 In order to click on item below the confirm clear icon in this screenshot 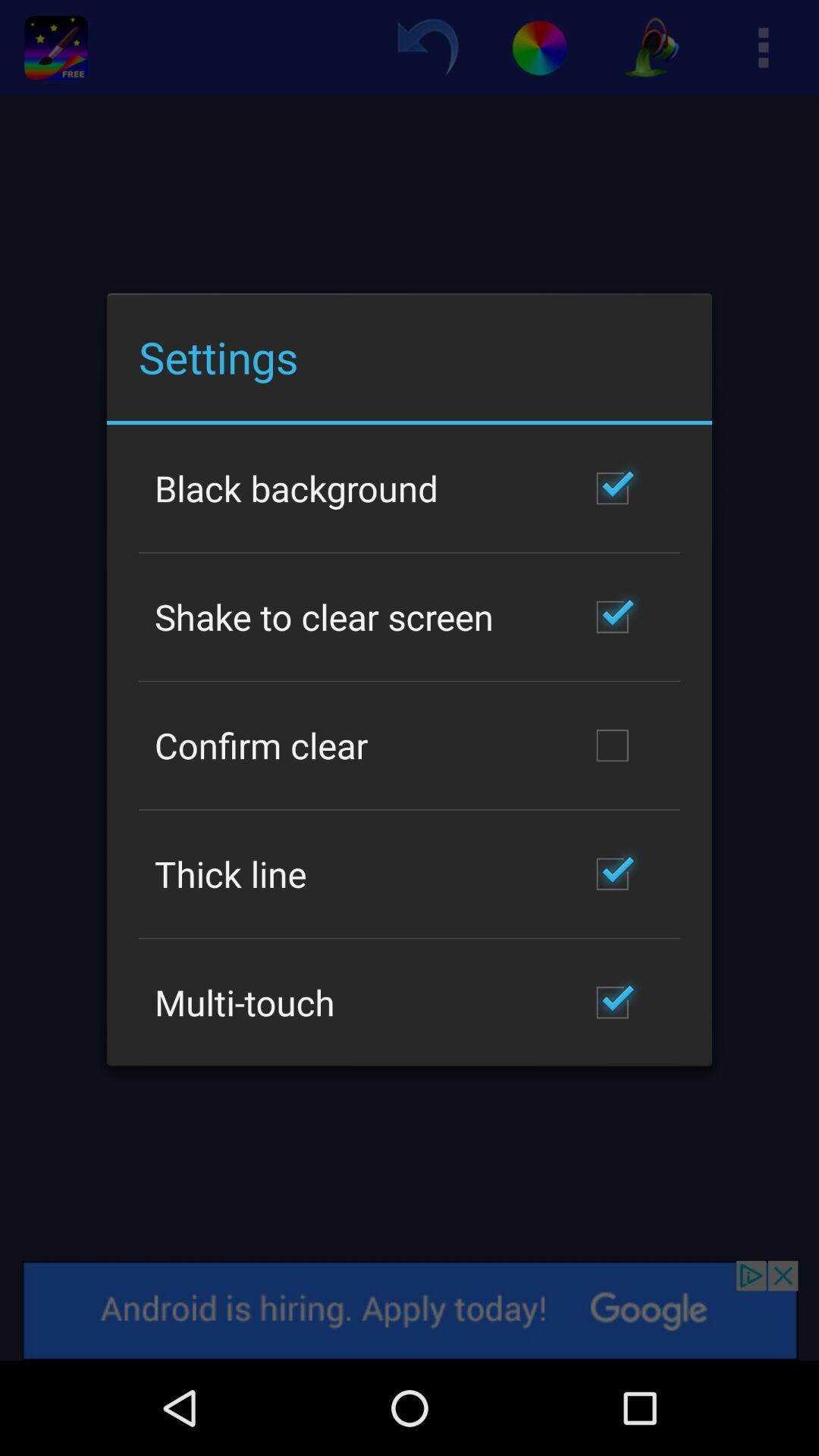, I will do `click(231, 874)`.